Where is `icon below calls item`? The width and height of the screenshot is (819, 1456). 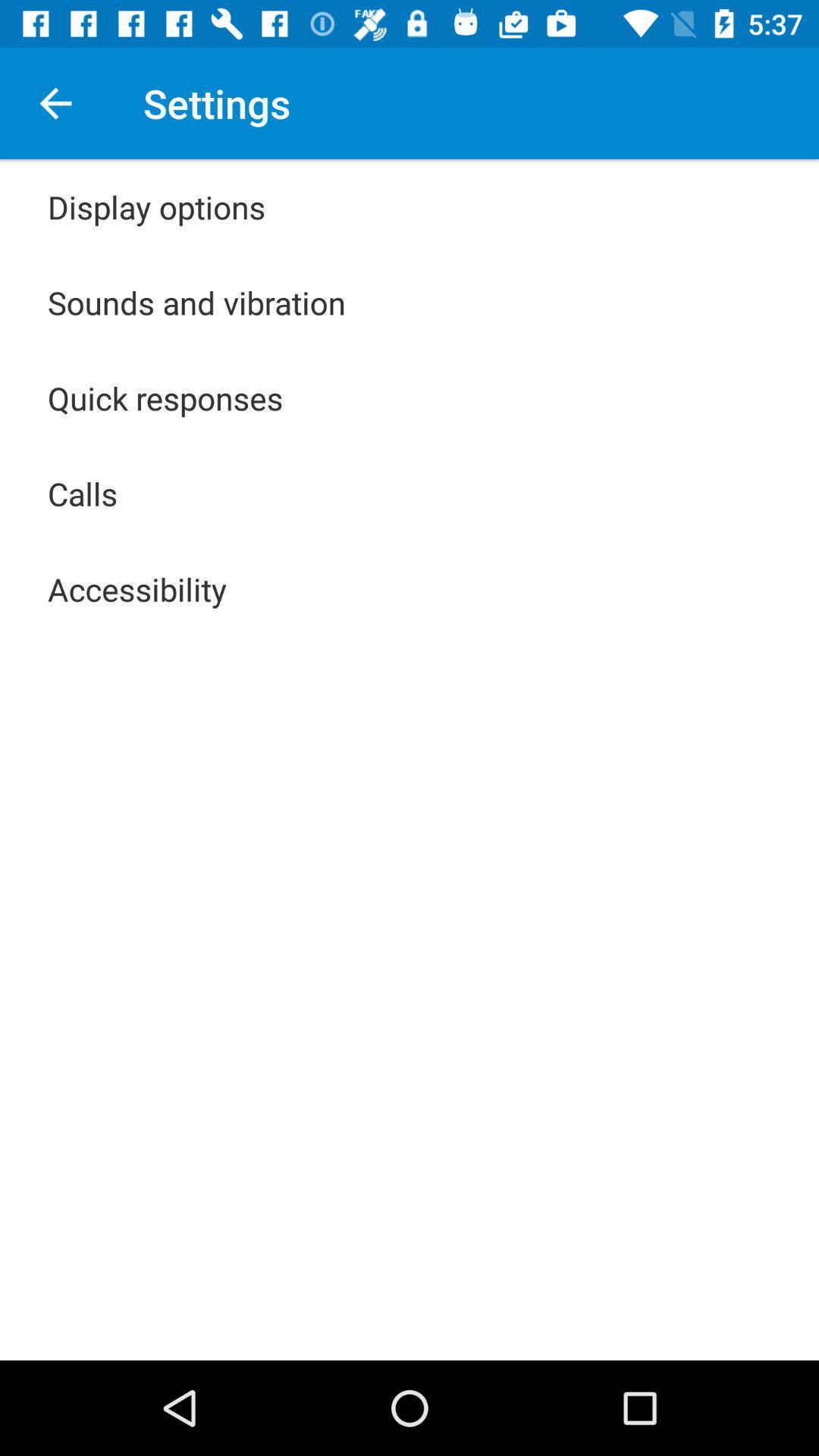 icon below calls item is located at coordinates (137, 588).